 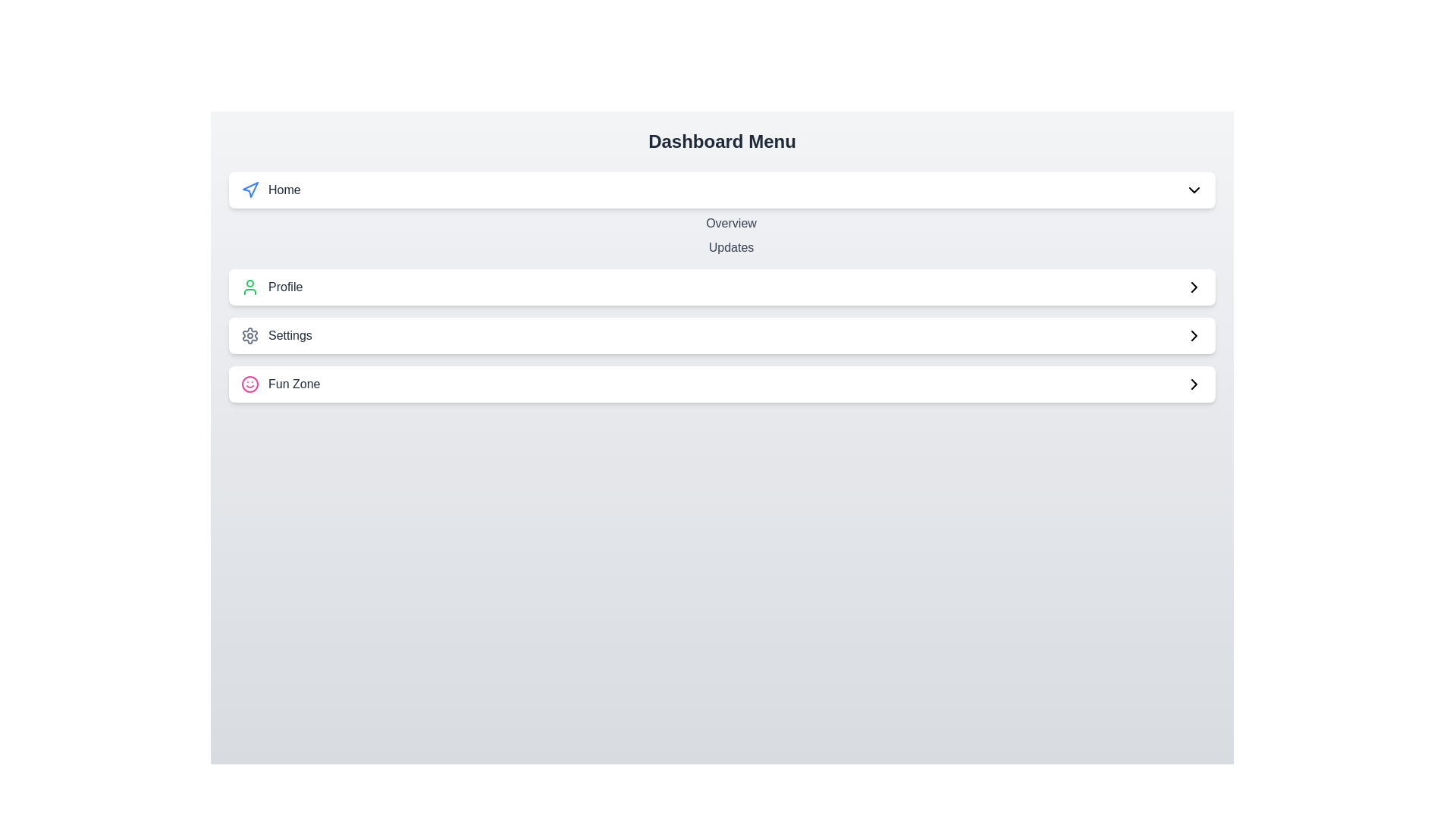 What do you see at coordinates (250, 287) in the screenshot?
I see `the green outline user icon located in the second row of the sidebar menu, which is positioned to the left of the text 'Profile'` at bounding box center [250, 287].